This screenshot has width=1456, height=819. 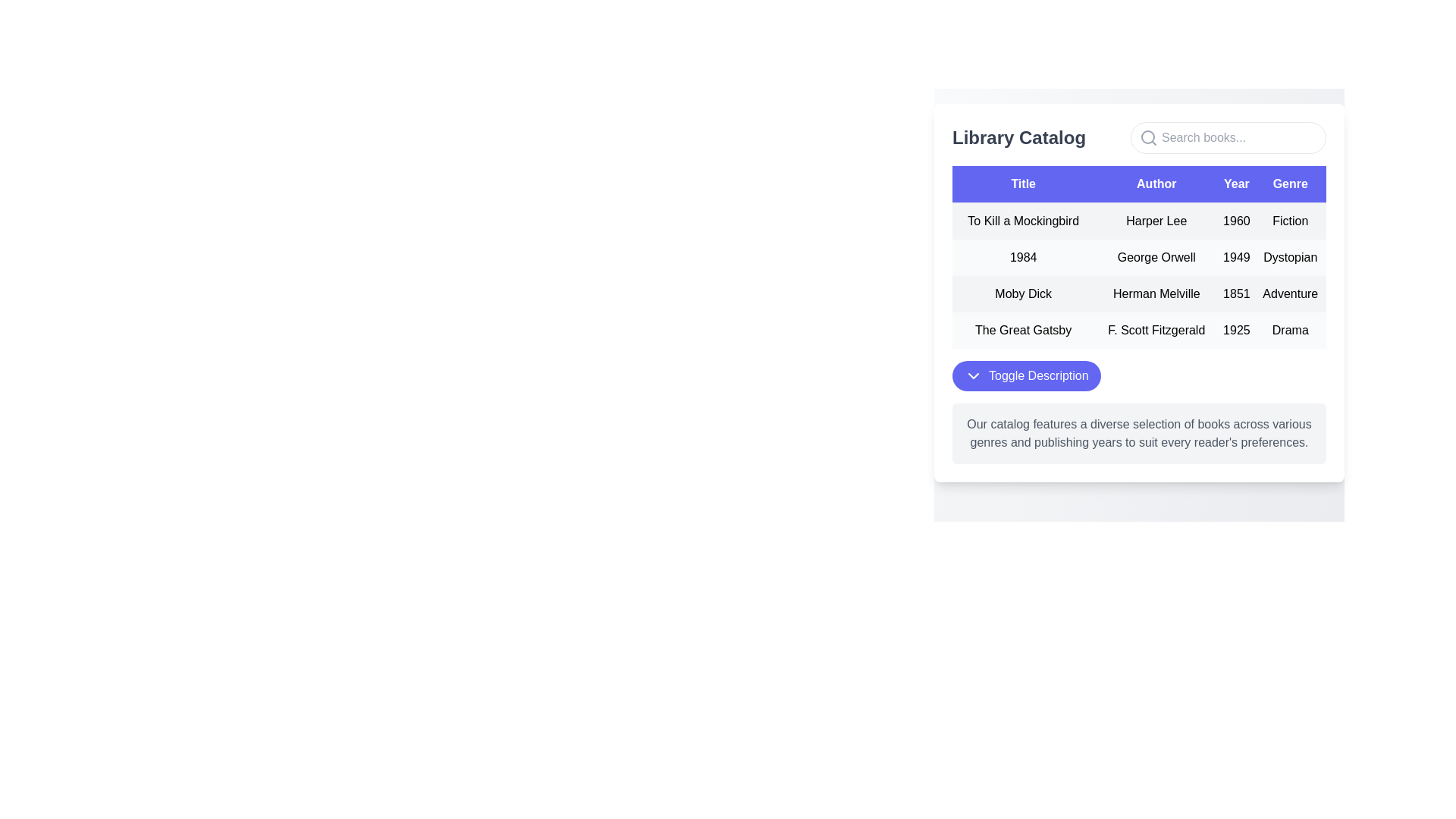 I want to click on the chevron arrow icon located to the left of the 'Toggle Description' text within the blue button at the bottom of the 'Library Catalog' panel, so click(x=973, y=375).